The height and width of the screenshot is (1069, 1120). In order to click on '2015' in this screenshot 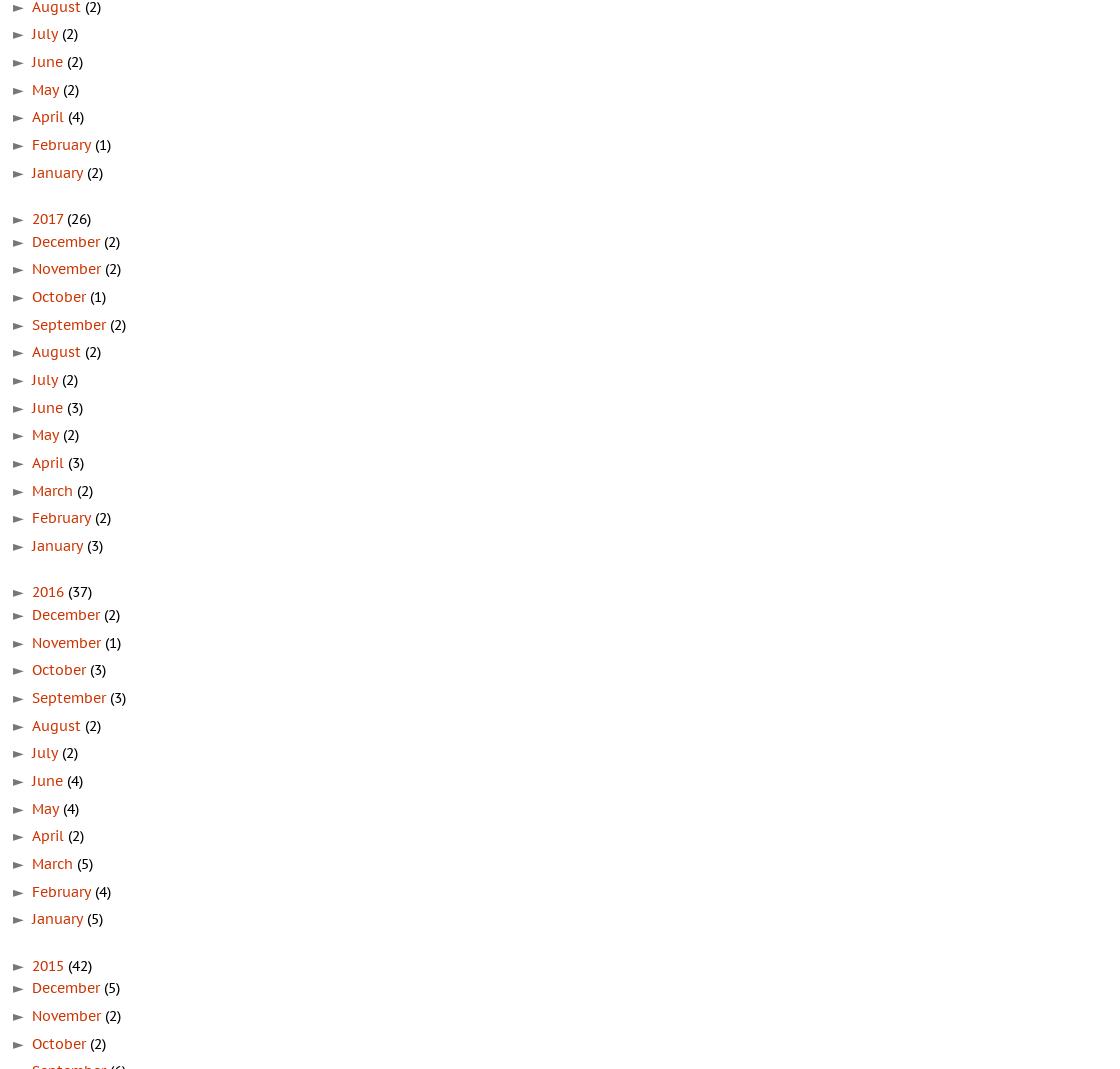, I will do `click(32, 964)`.